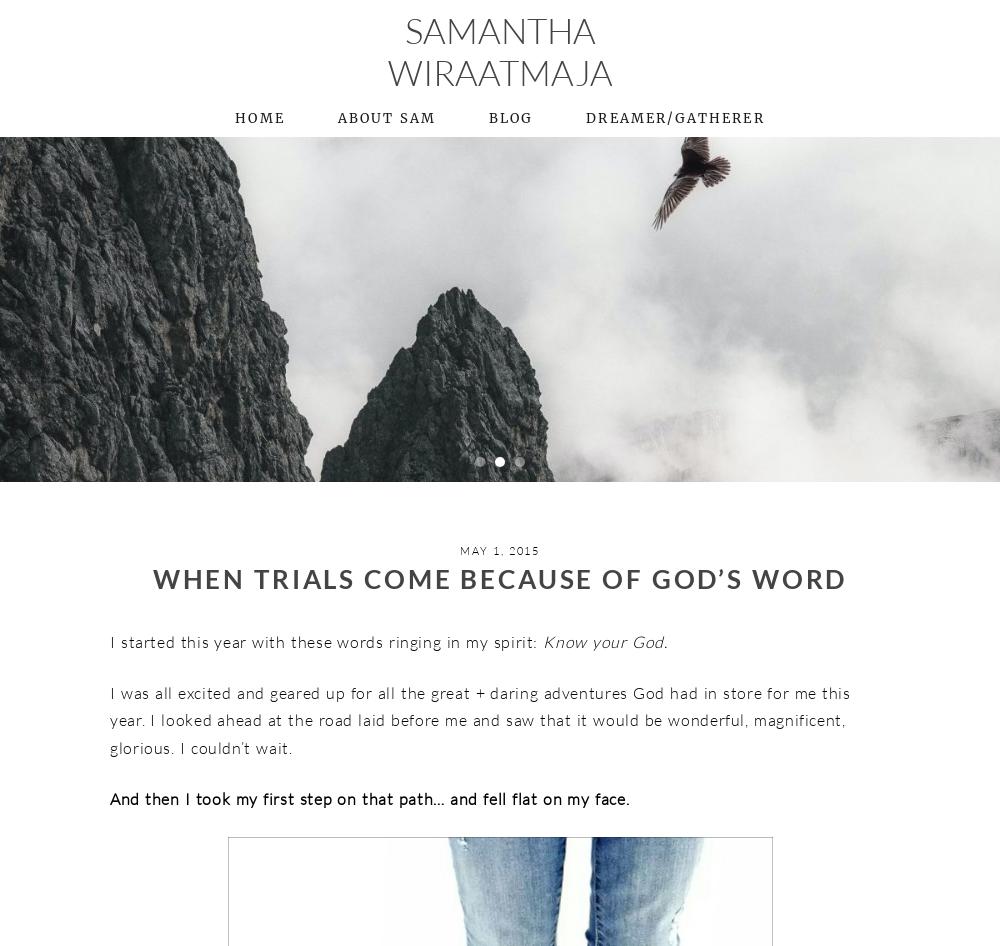 The width and height of the screenshot is (1000, 946). Describe the element at coordinates (498, 577) in the screenshot. I see `'When Trials Come Because of God’s Word'` at that location.